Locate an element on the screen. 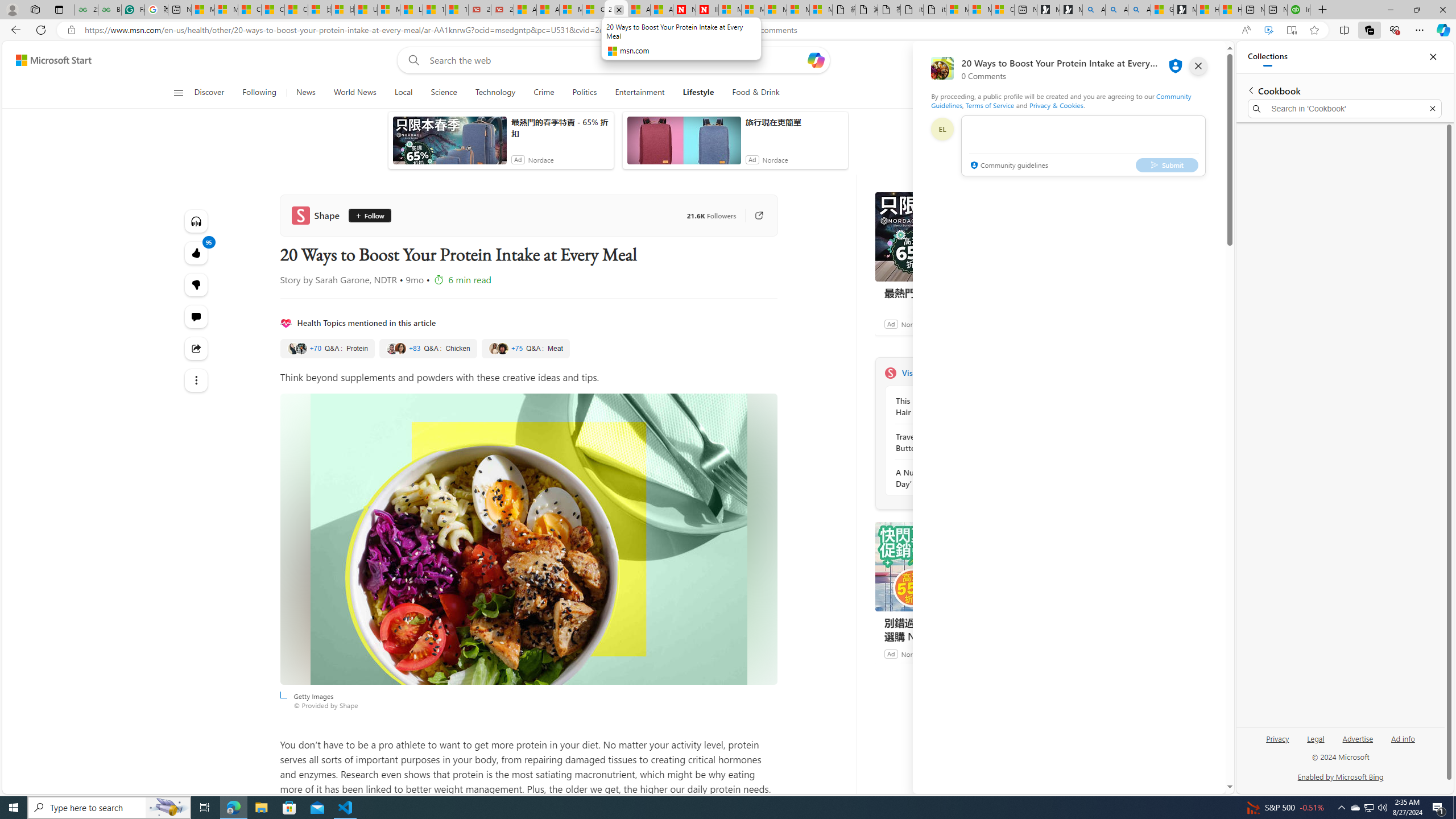 The image size is (1456, 819). 'Privacy' is located at coordinates (1277, 742).